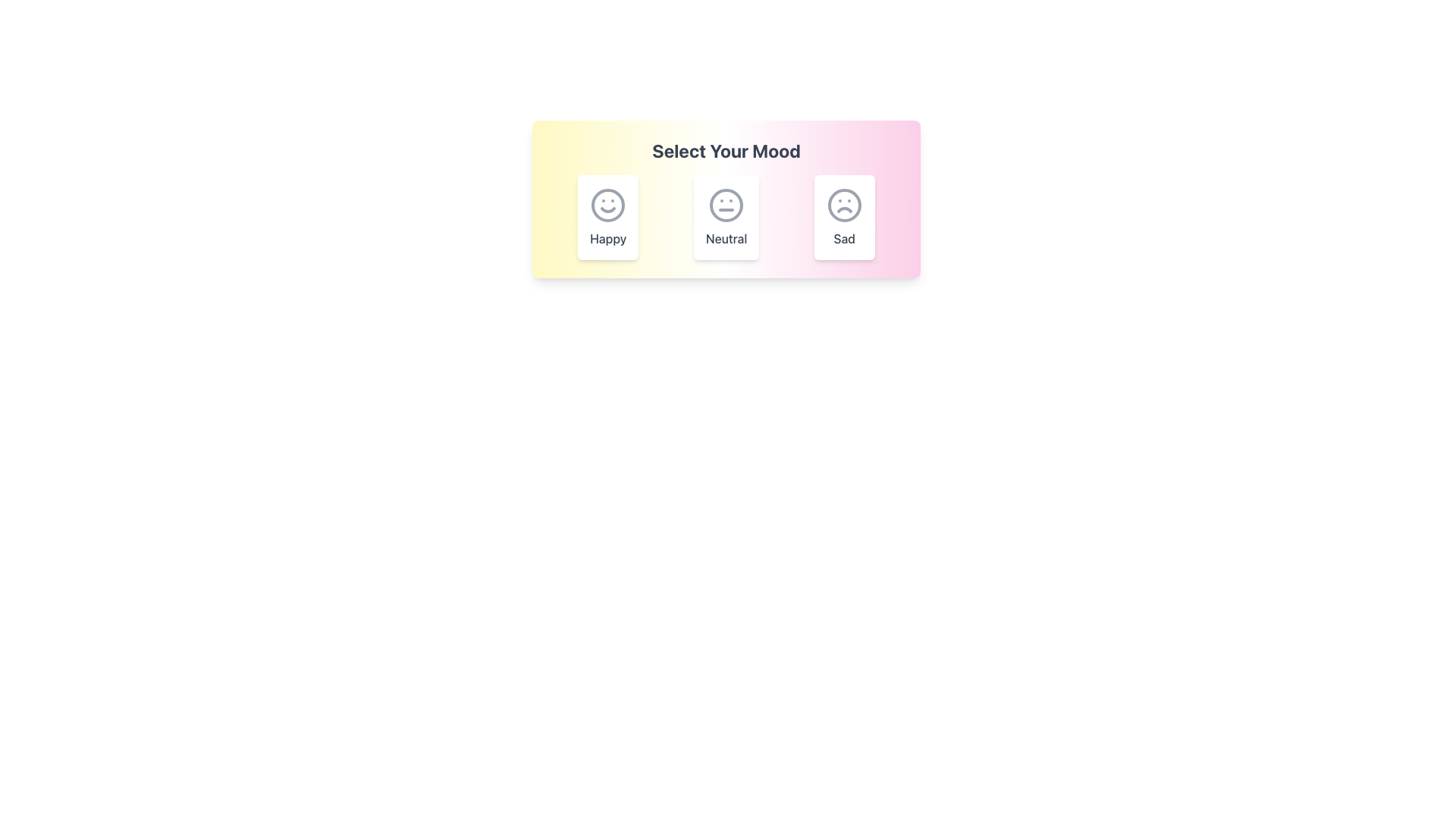 This screenshot has height=819, width=1456. What do you see at coordinates (726, 239) in the screenshot?
I see `the 'Neutral' label which is displayed in a medium font weight and styled with a gray color tone, positioned beneath a neutral face emoticon and centered between 'Happy' and 'Sad' mood options` at bounding box center [726, 239].